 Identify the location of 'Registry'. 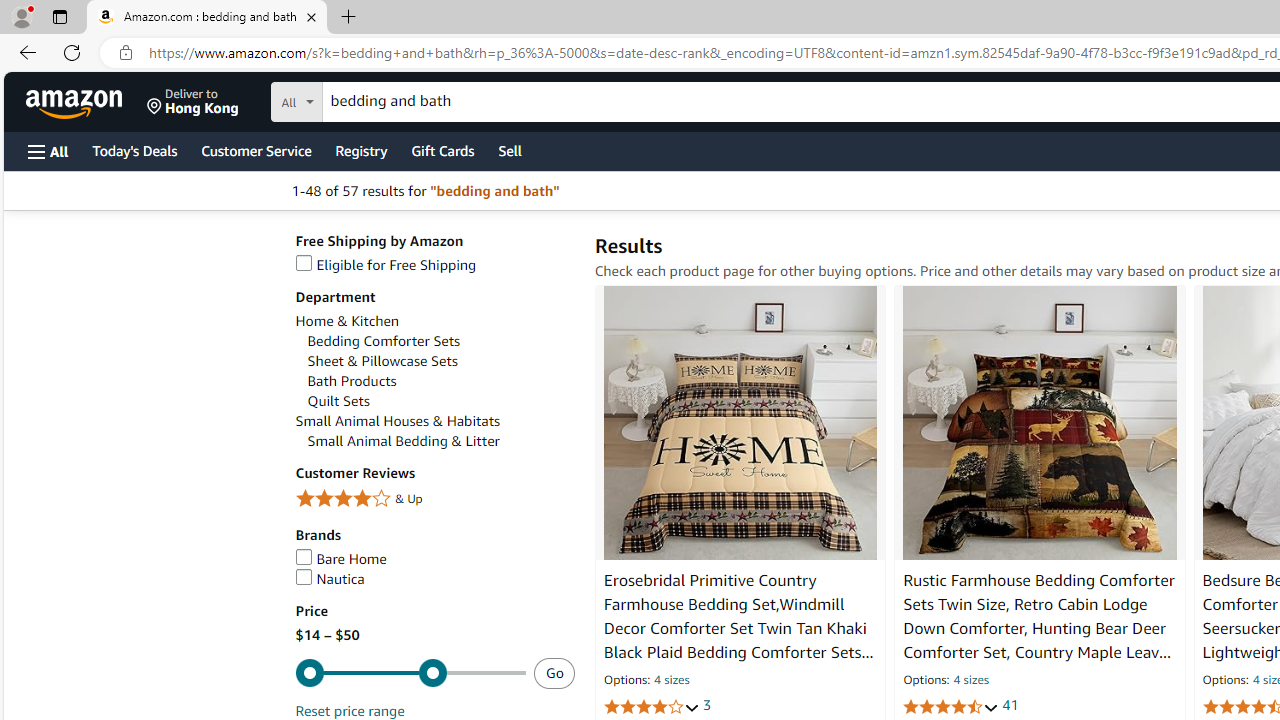
(360, 149).